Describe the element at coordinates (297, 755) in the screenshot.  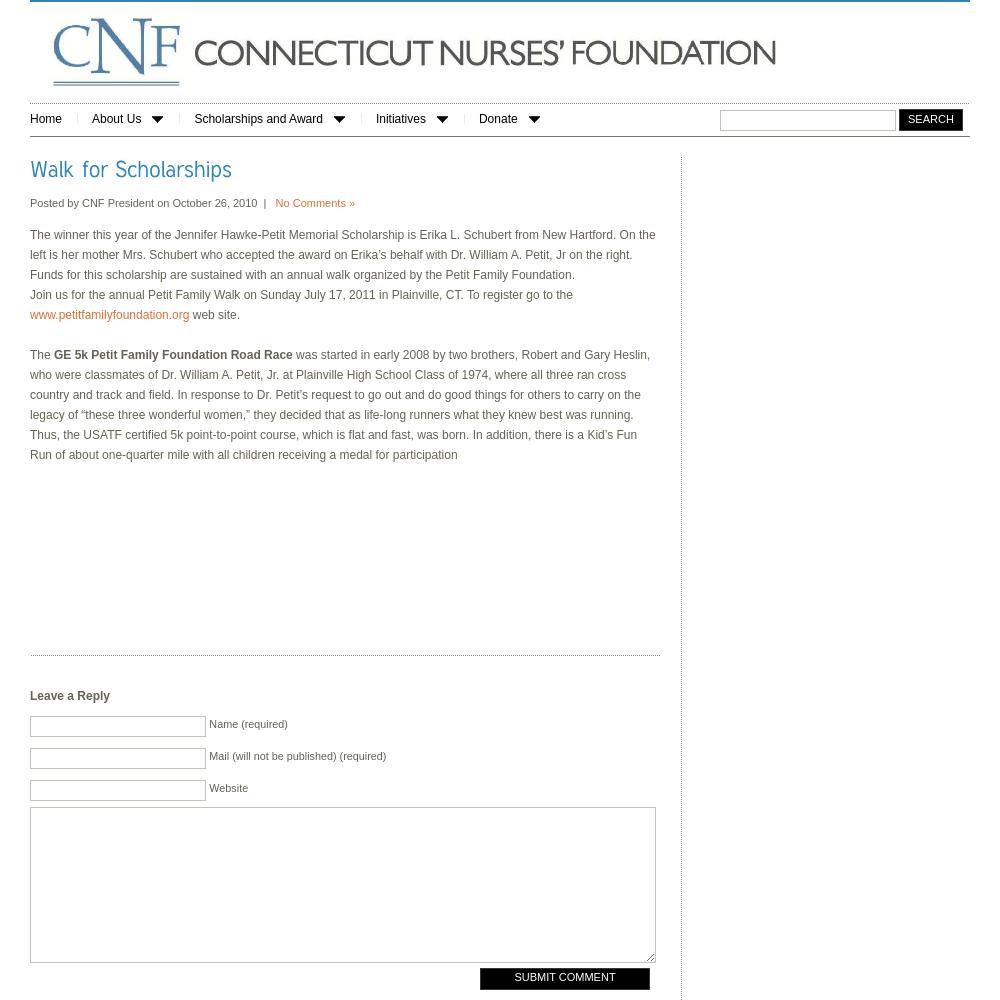
I see `'Mail (will not be published) (required)'` at that location.